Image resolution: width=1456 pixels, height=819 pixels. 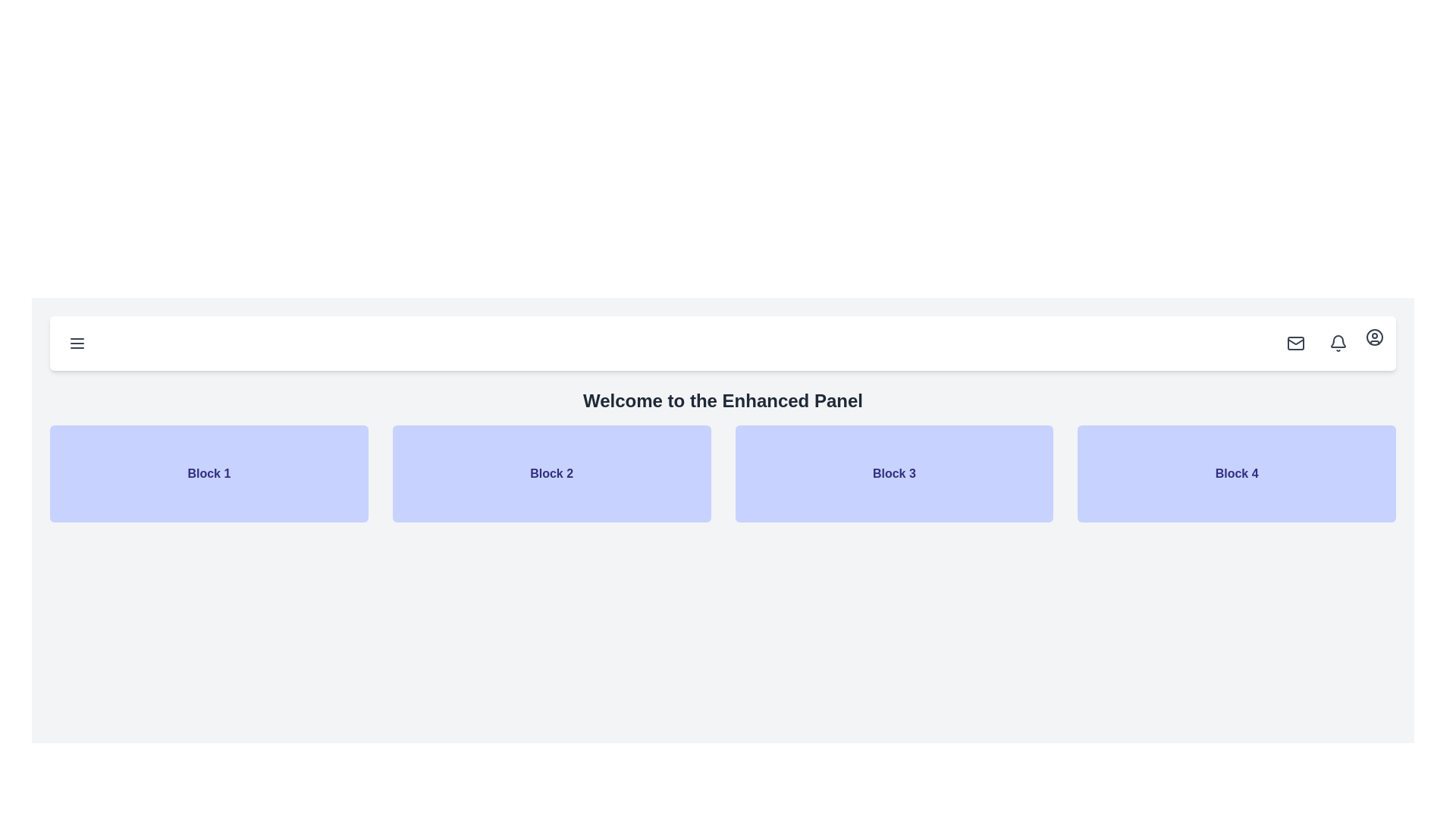 What do you see at coordinates (722, 400) in the screenshot?
I see `the prominent header that displays 'Welcome to the Enhanced Panel', which is styled with centered alignment, a large font size, and bold text, positioned above the blocks labeled 'Block 1' to 'Block 4'` at bounding box center [722, 400].